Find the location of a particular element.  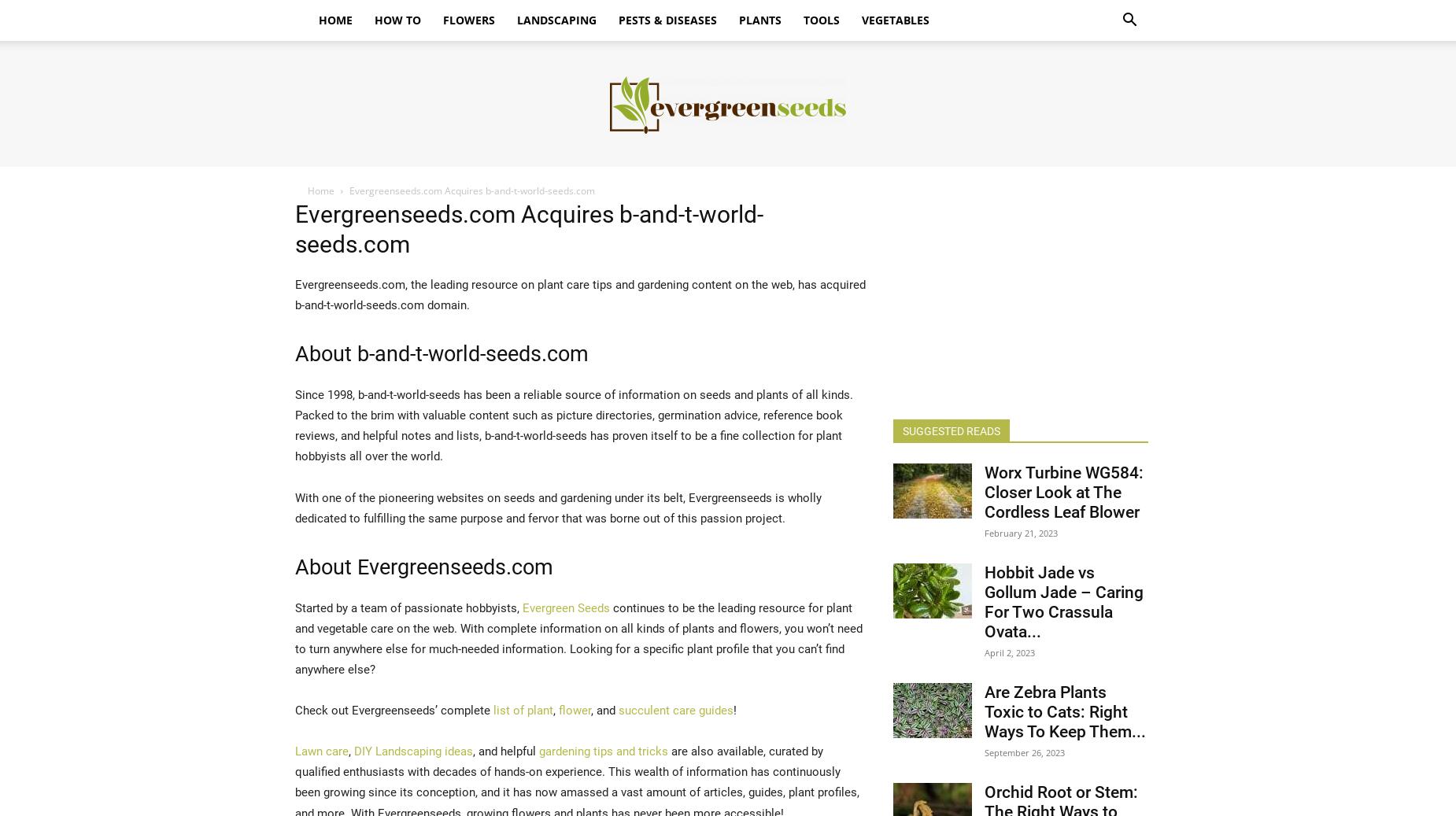

'Are Zebra Plants Toxic to Cats: Right Ways To Keep Them...' is located at coordinates (1064, 711).